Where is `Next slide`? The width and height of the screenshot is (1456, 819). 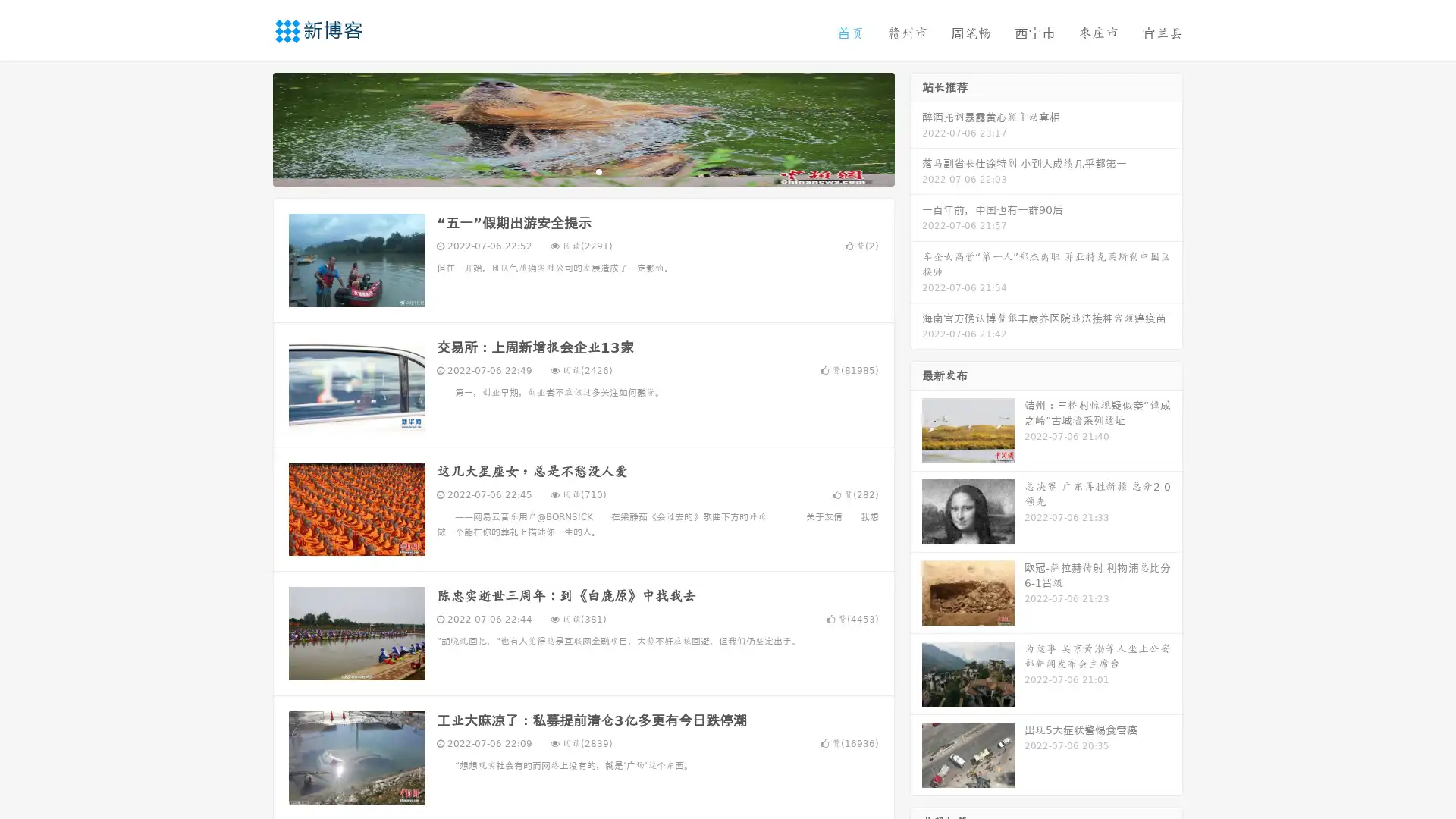 Next slide is located at coordinates (916, 127).